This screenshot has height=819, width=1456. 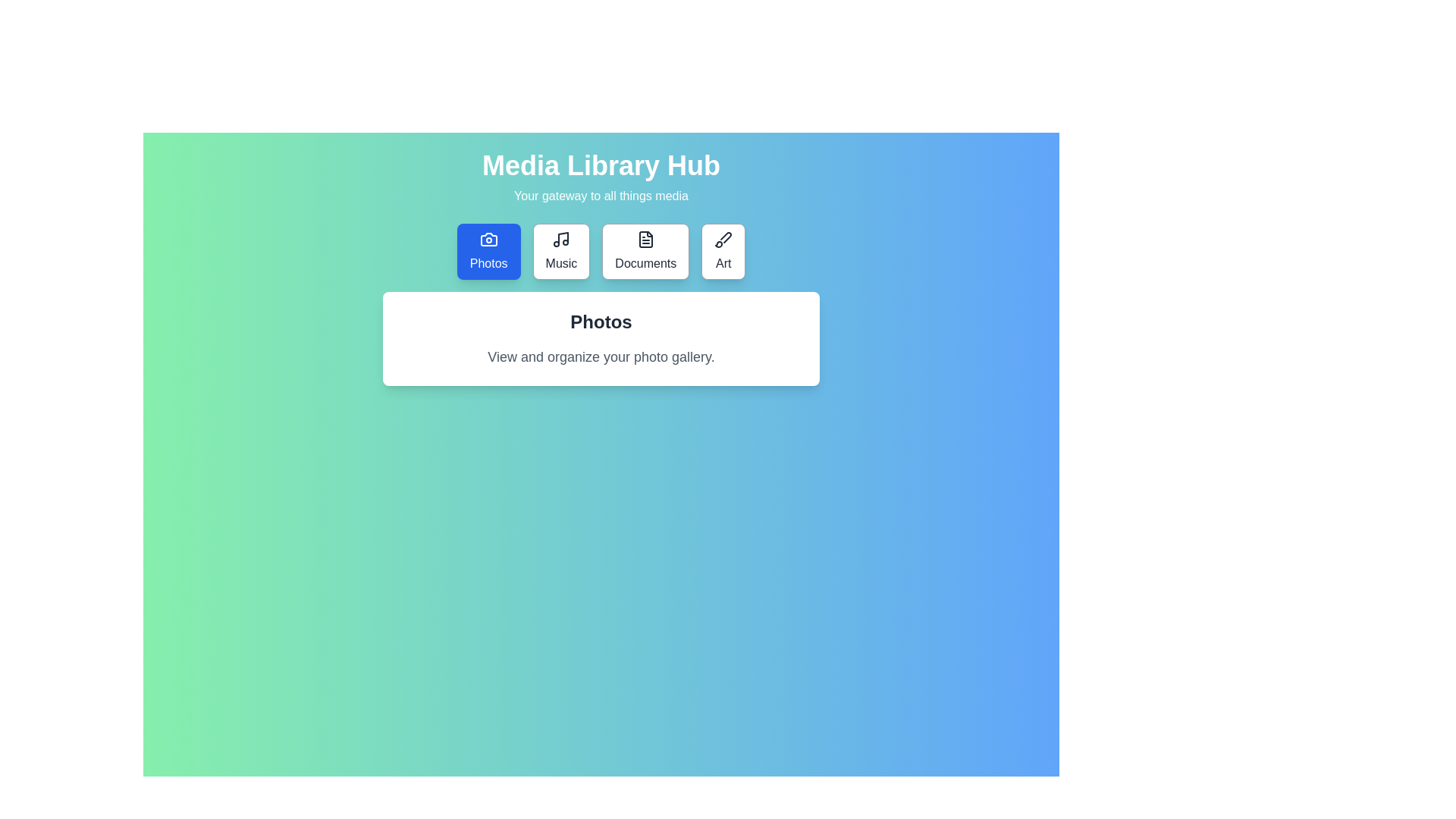 I want to click on the Documents tab to view its content, so click(x=645, y=250).